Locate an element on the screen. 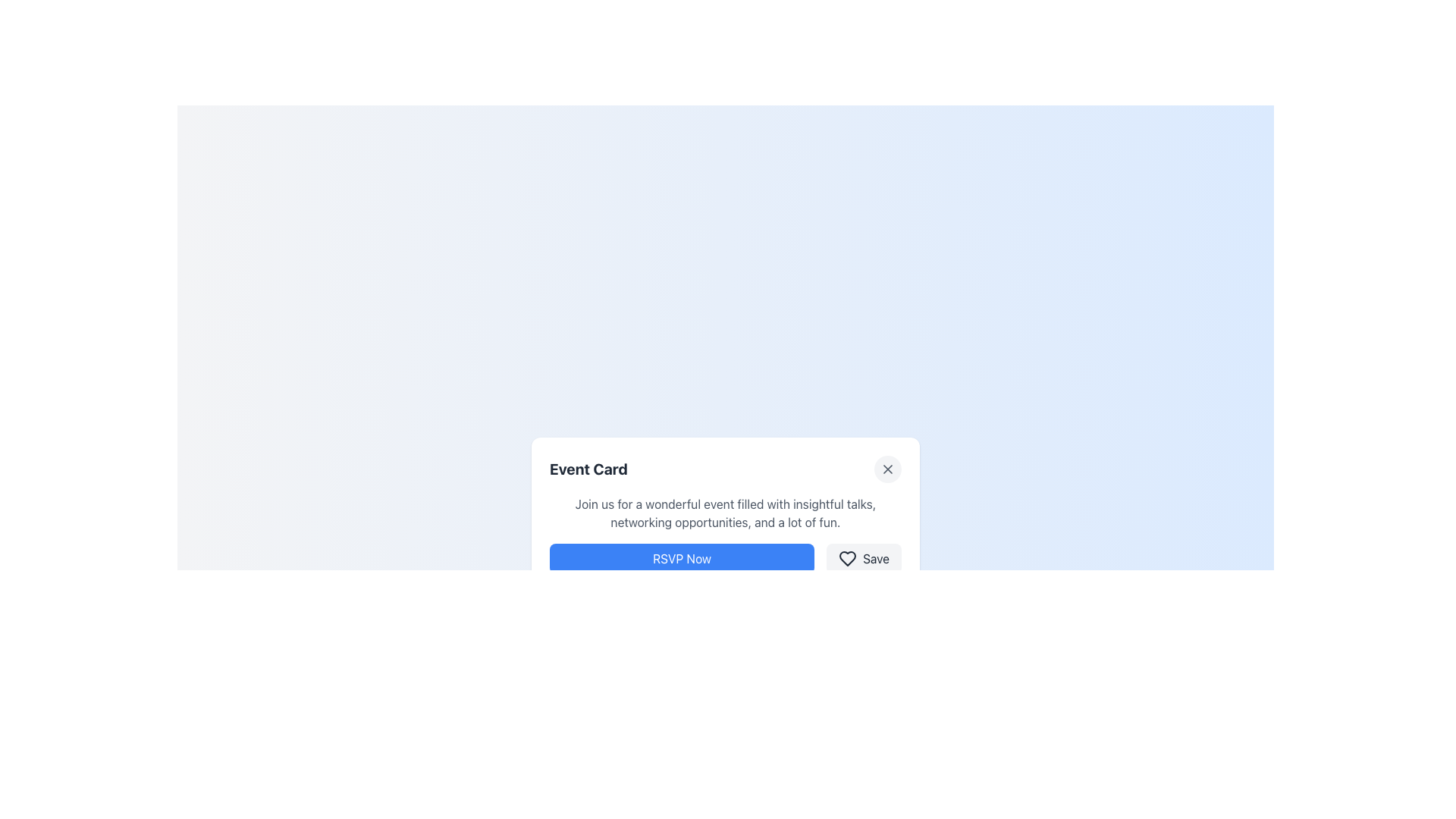 The height and width of the screenshot is (819, 1456). title 'Event Card' from the title-bar located at the top of the card layout, which includes a dismissive button is located at coordinates (724, 468).